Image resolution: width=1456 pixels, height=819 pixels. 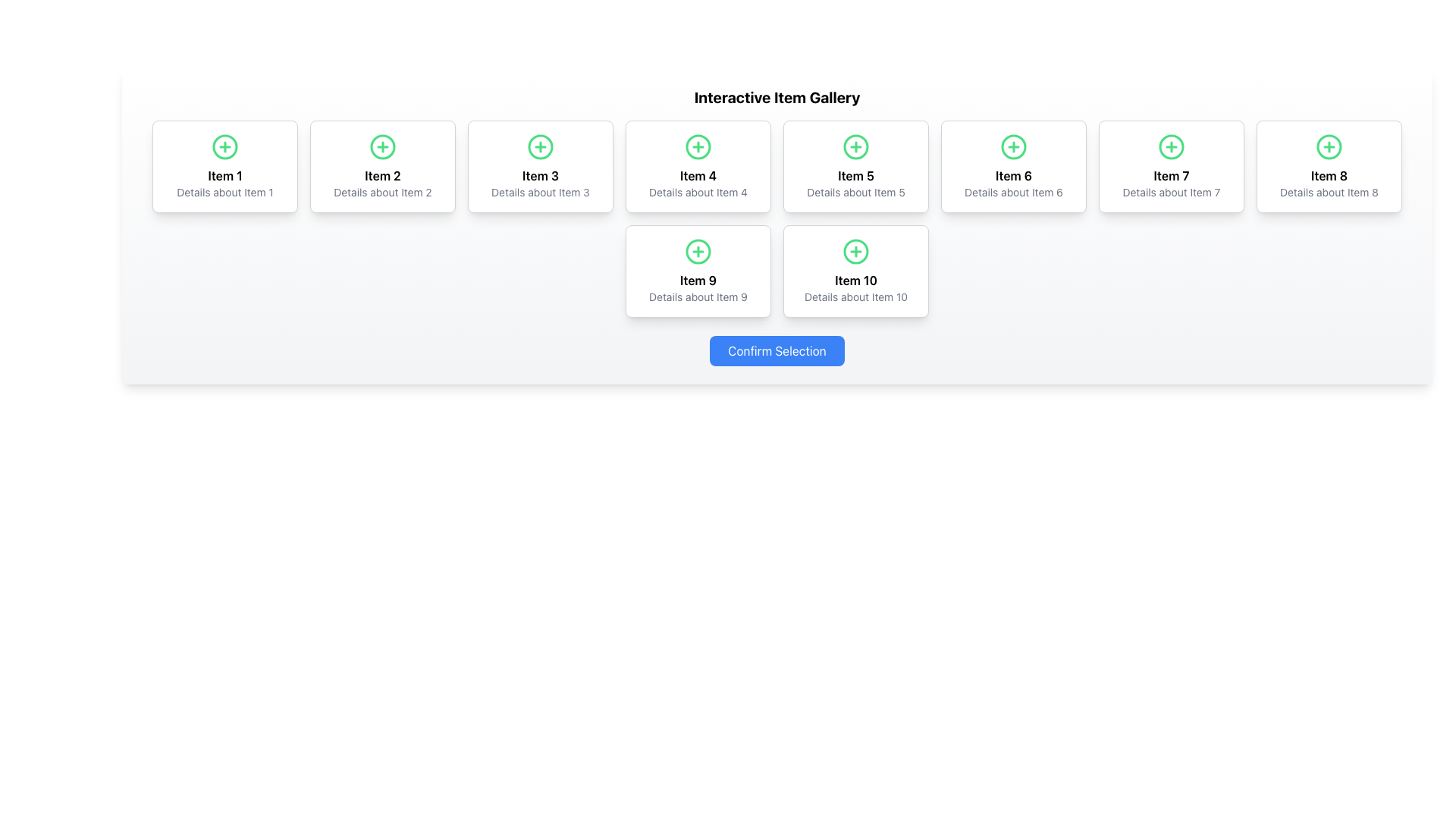 I want to click on the circular green button with a plus sign located at the top of the 'Item 2' card in the second position of the grid, so click(x=382, y=146).